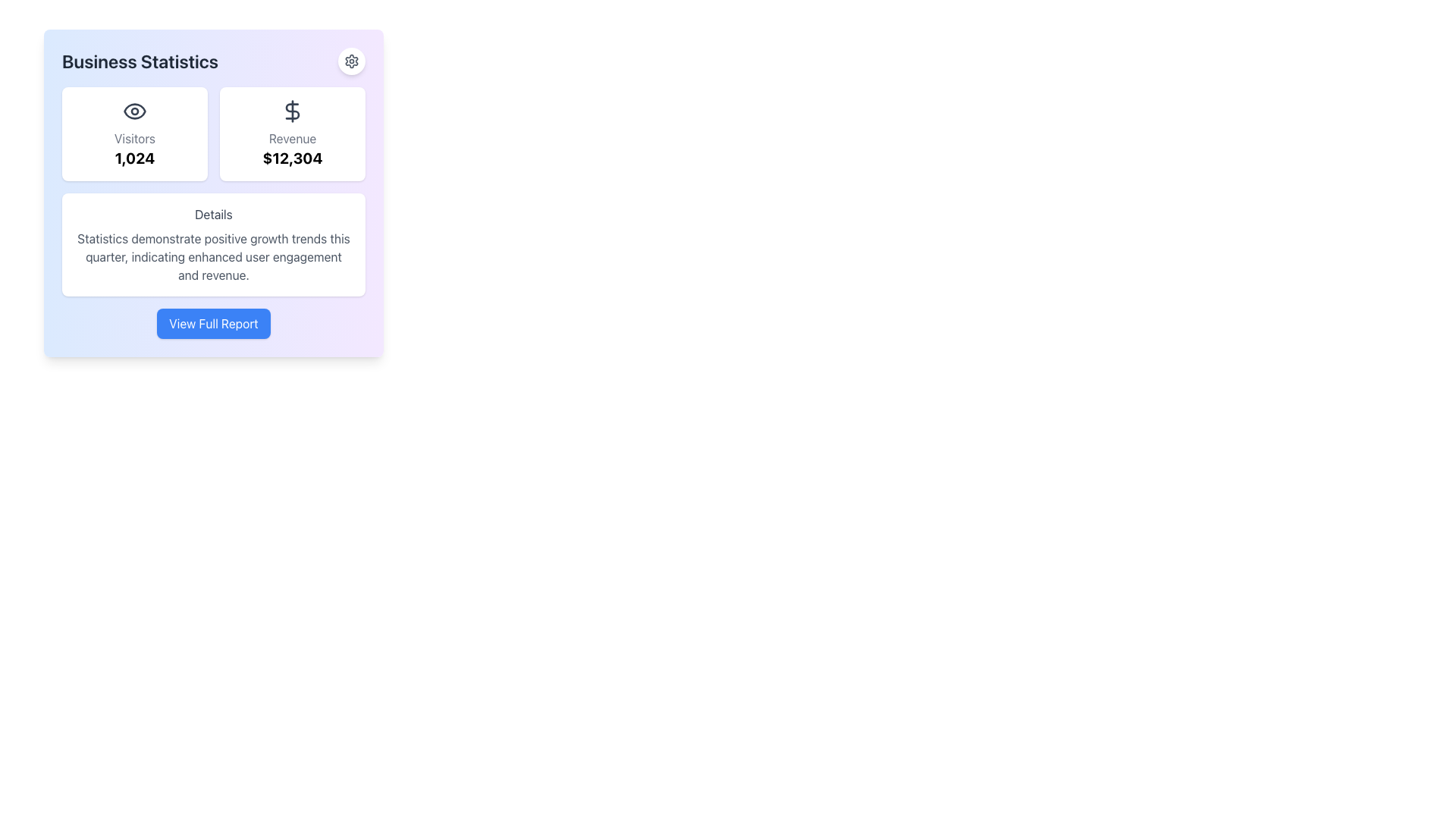  Describe the element at coordinates (134, 138) in the screenshot. I see `the text label that provides a description for the numerical statistic displayed below it, which is centrally aligned above the bold numeric statistic '1,024' within the statistics card` at that location.